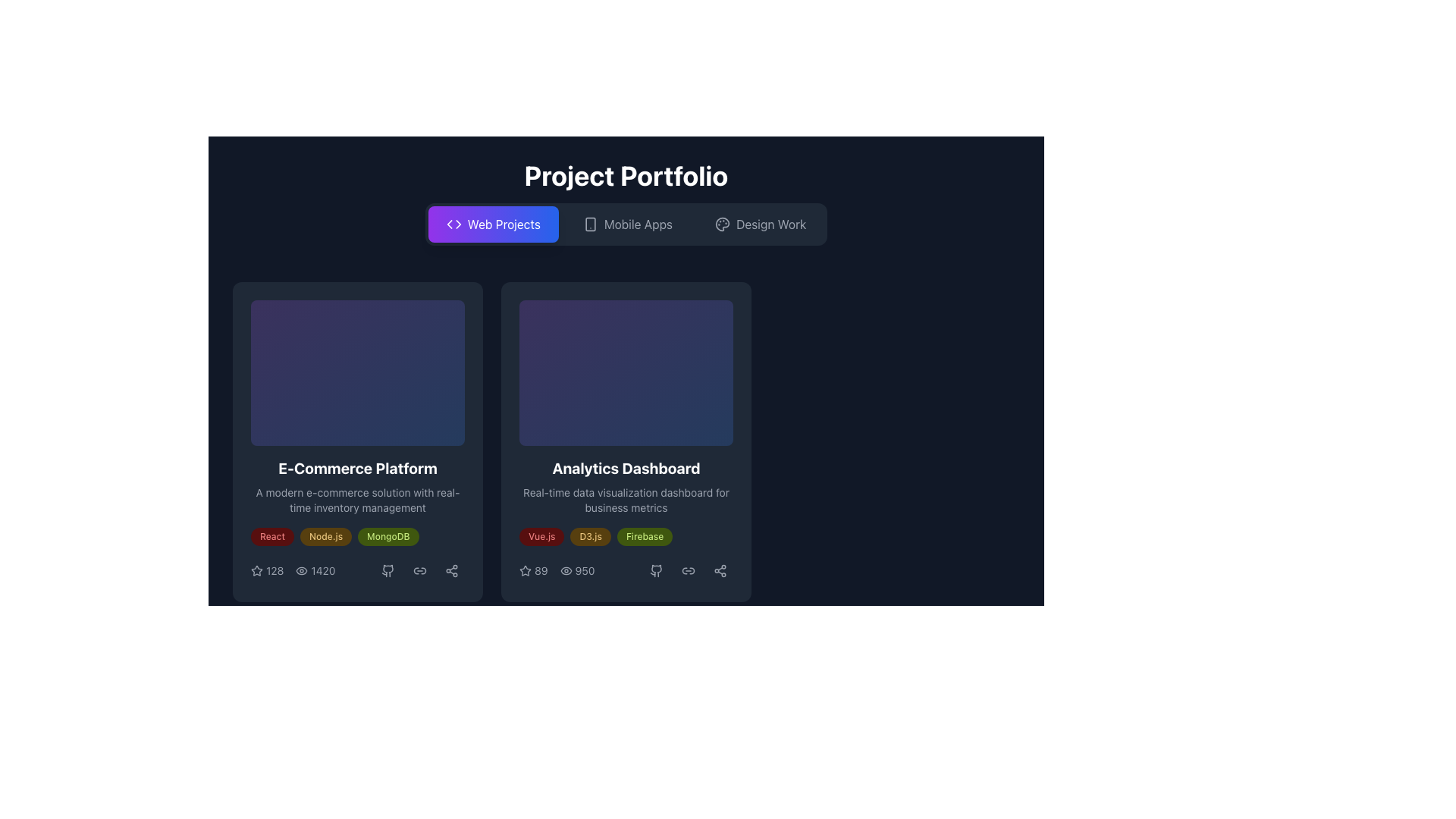 Image resolution: width=1456 pixels, height=819 pixels. I want to click on the Arrow icon (SVG) located in the top left region of the navigation bar, which serves as a navigational indicator for moving to the next item or view, so click(457, 224).